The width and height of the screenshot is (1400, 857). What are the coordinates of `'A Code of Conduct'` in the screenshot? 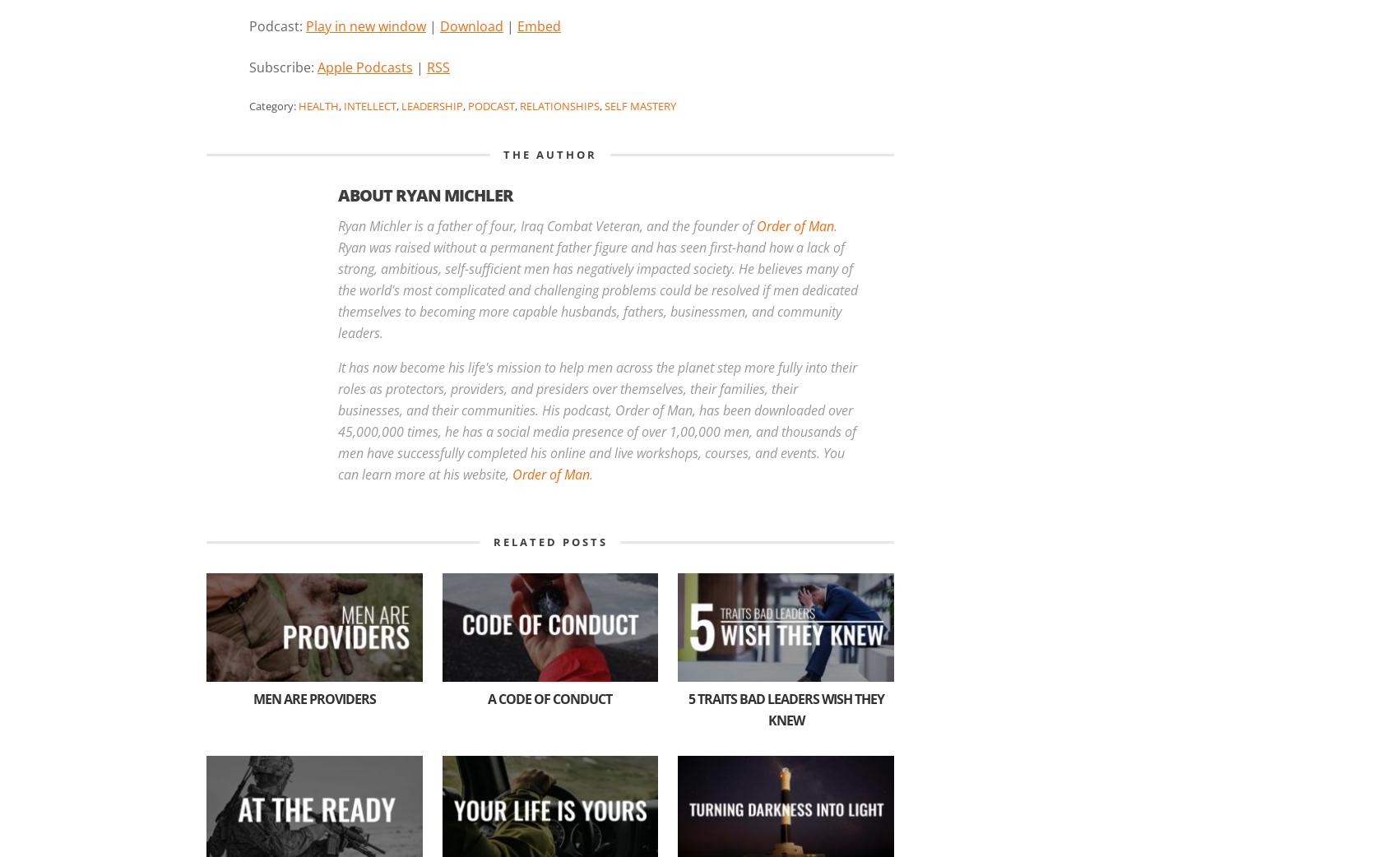 It's located at (487, 698).